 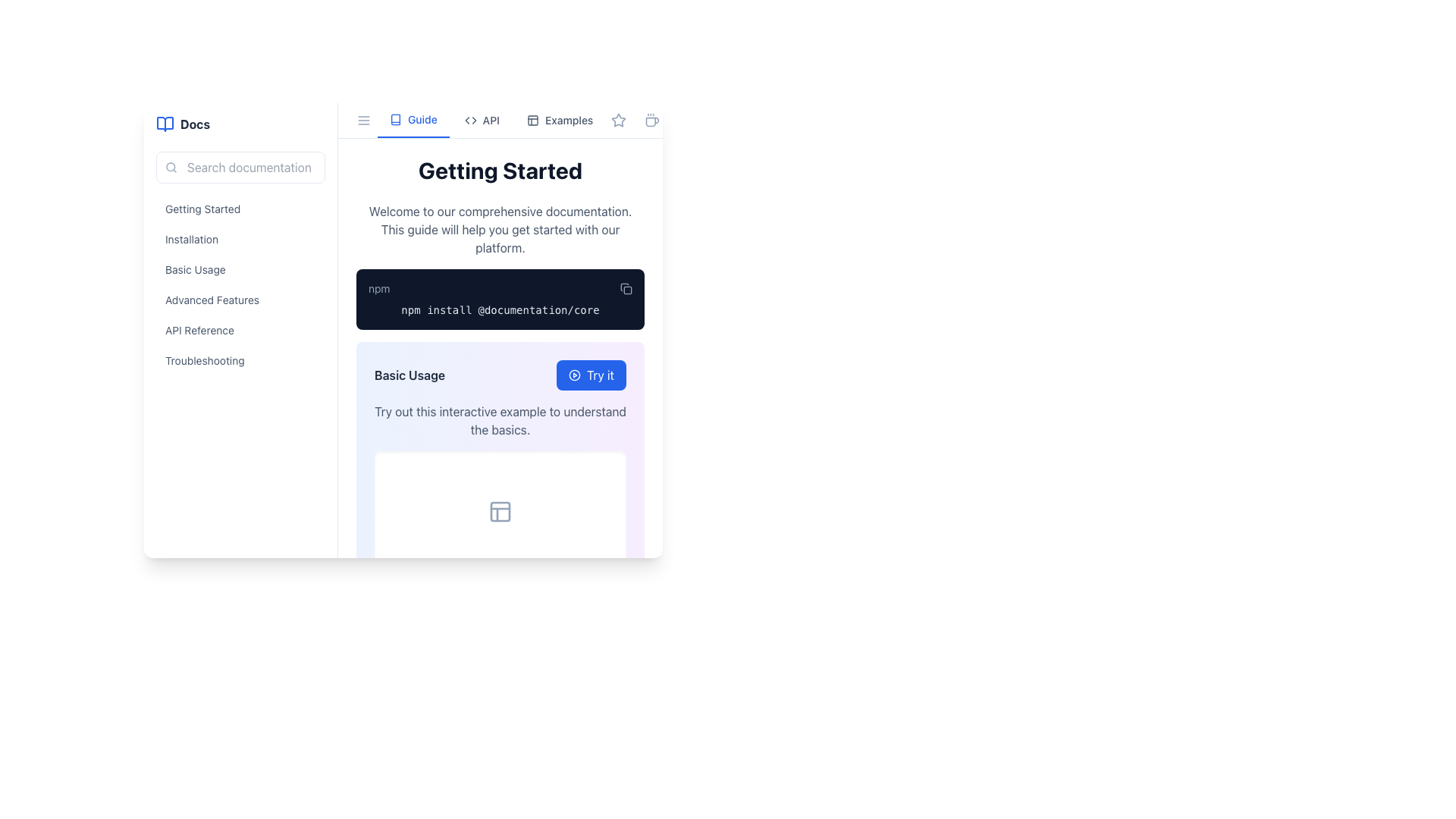 What do you see at coordinates (573, 375) in the screenshot?
I see `the play icon located to the left of the 'Try it' button, which has a blue background and white text, indicating a start action` at bounding box center [573, 375].